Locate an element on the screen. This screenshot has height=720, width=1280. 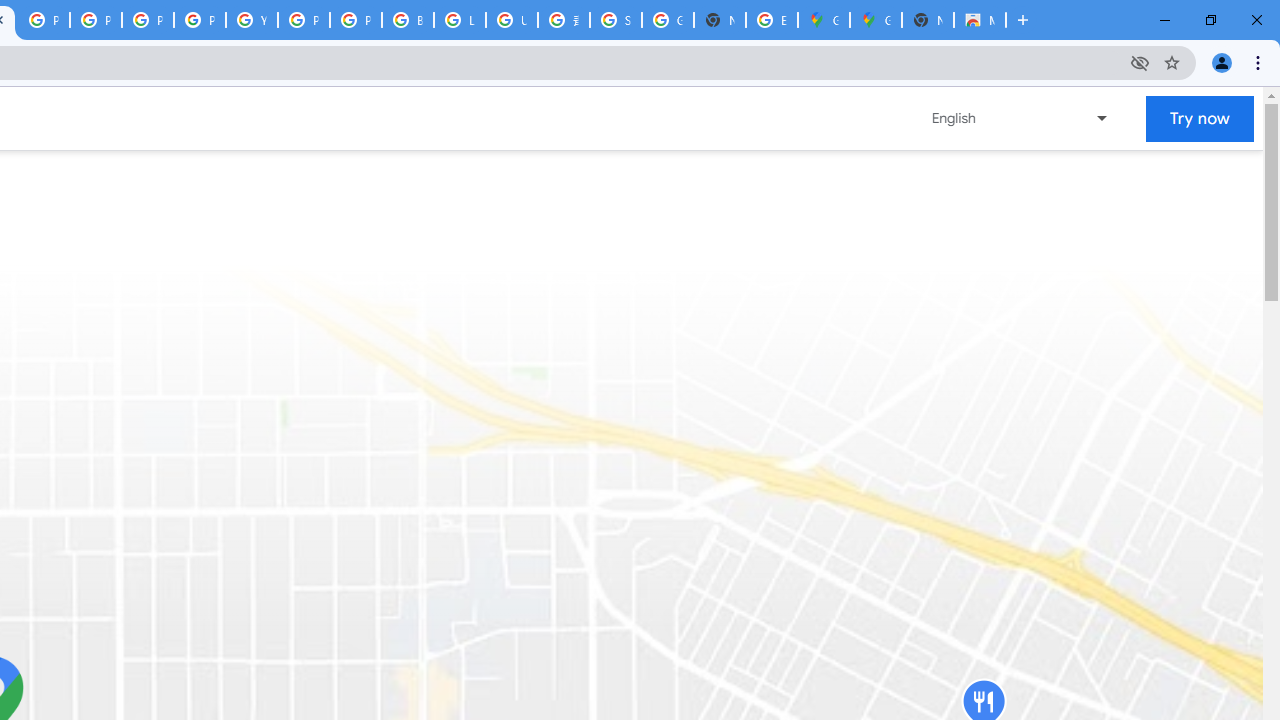
'Browse Chrome as a guest - Computer - Google Chrome Help' is located at coordinates (406, 20).